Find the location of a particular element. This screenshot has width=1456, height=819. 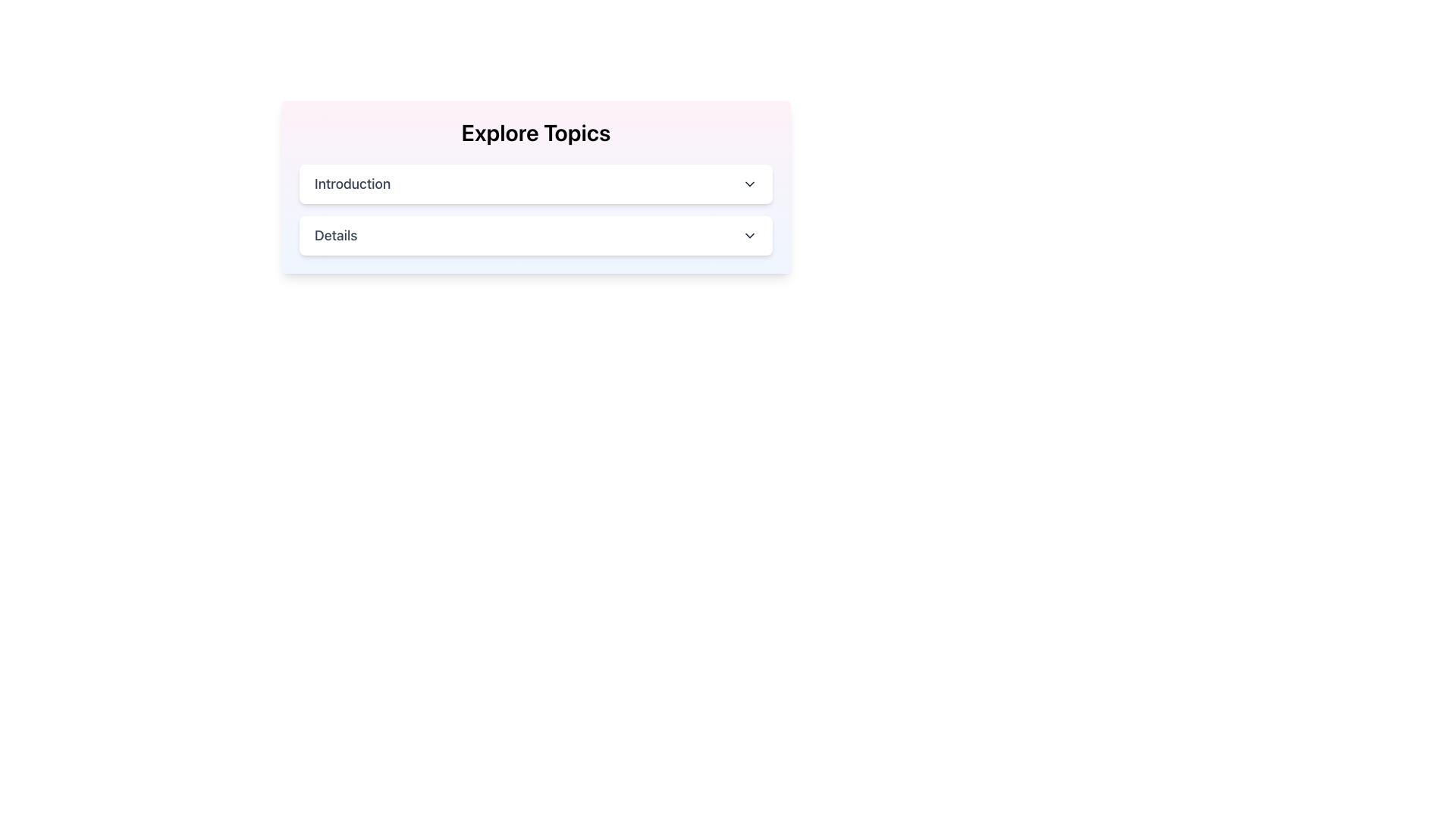

the chevron icon located at the right end of the 'Details' section is located at coordinates (749, 236).